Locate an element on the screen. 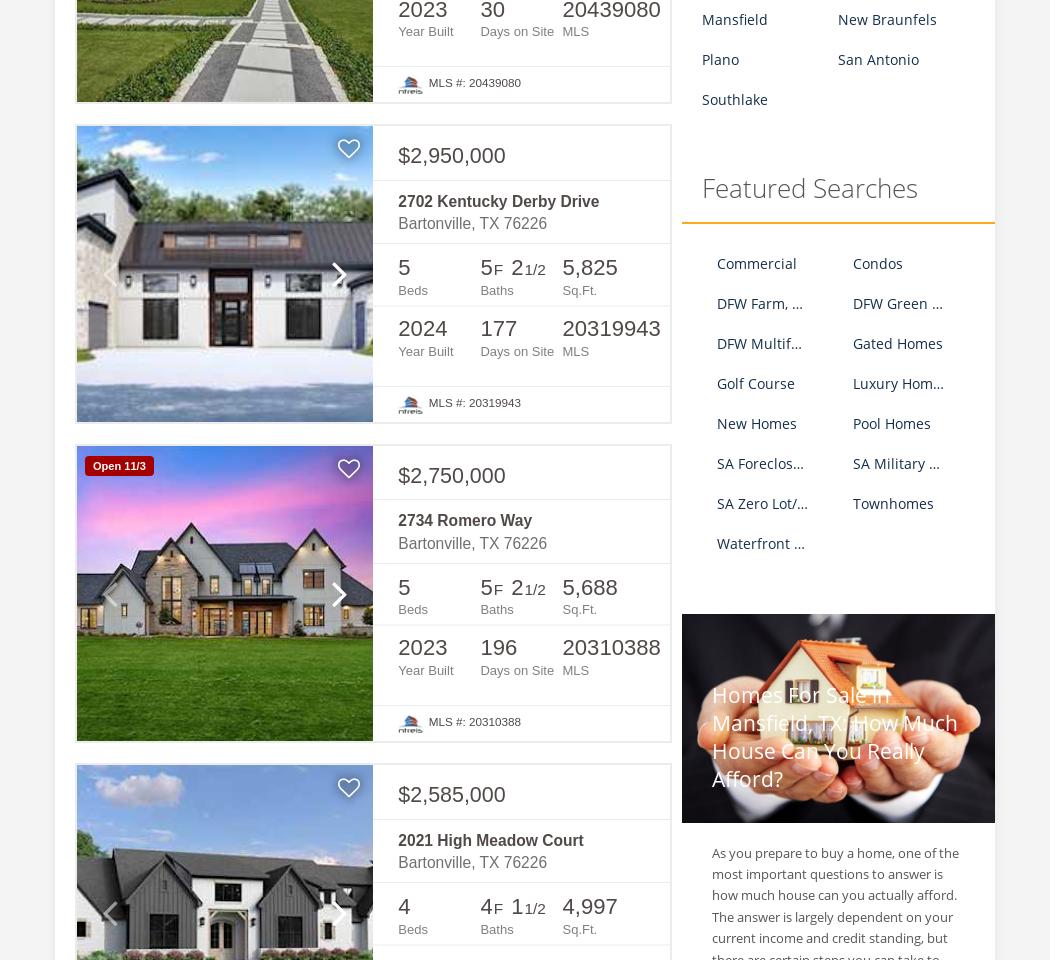 This screenshot has height=960, width=1050. 'San Antonio' is located at coordinates (877, 58).